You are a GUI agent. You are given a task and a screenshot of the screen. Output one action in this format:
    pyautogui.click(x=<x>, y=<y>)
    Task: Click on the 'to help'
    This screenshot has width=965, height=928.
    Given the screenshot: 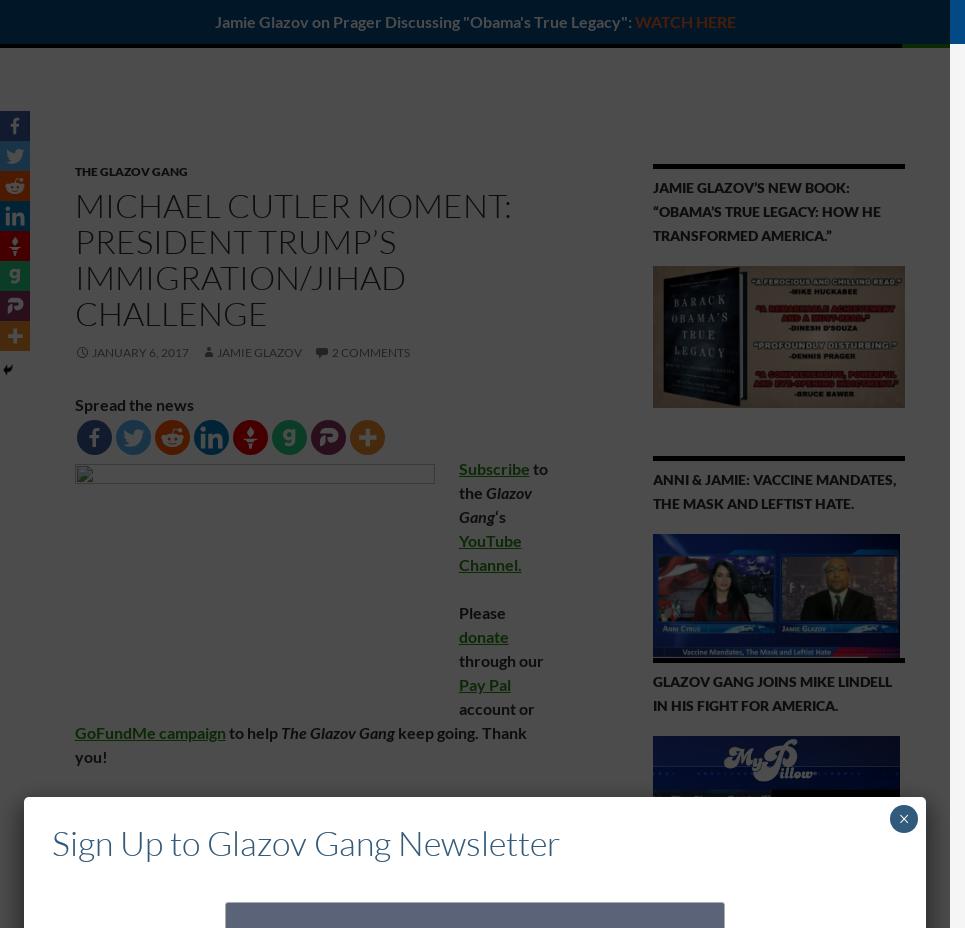 What is the action you would take?
    pyautogui.click(x=252, y=731)
    